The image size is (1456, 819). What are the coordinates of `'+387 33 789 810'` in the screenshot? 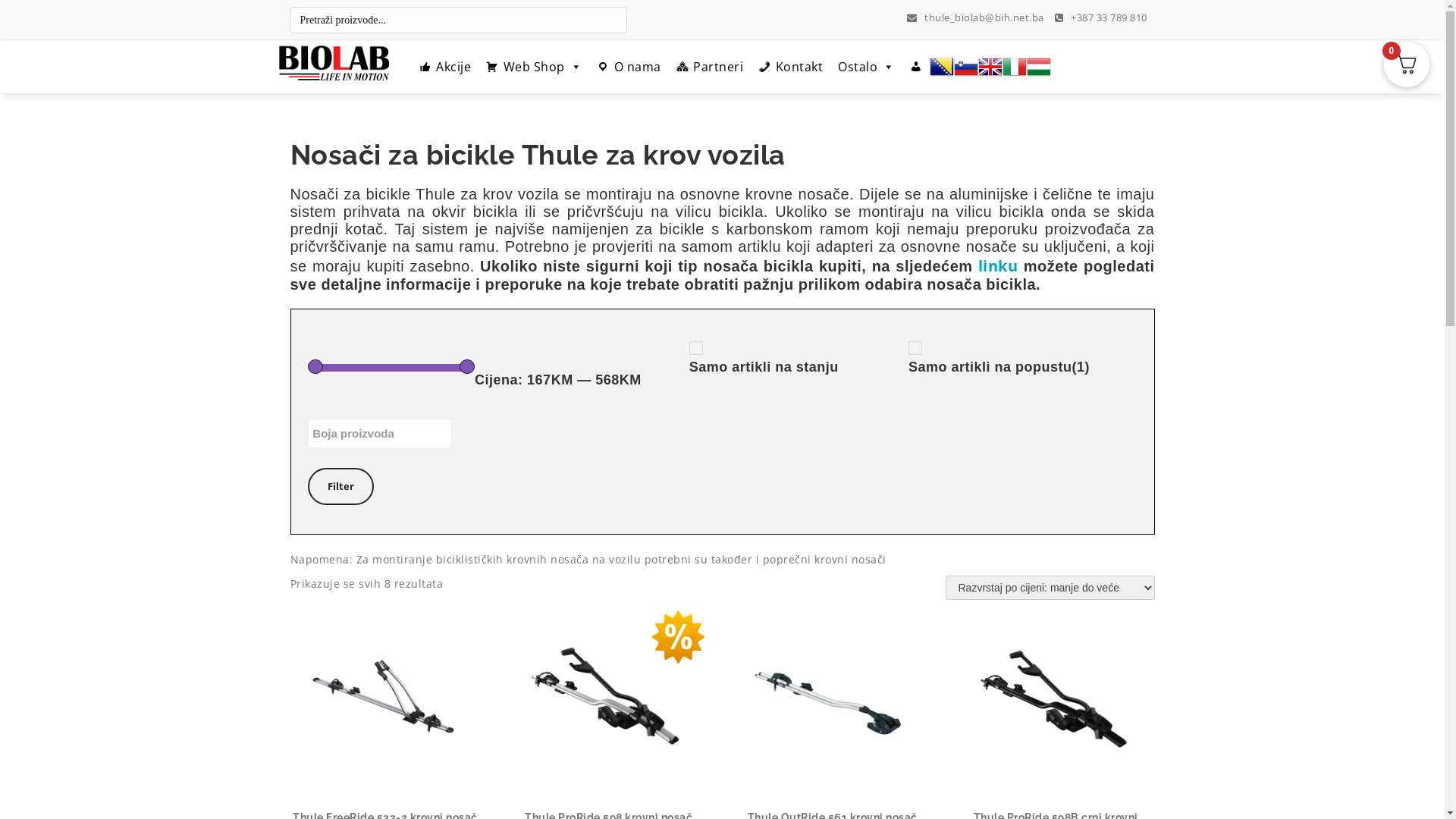 It's located at (1100, 17).